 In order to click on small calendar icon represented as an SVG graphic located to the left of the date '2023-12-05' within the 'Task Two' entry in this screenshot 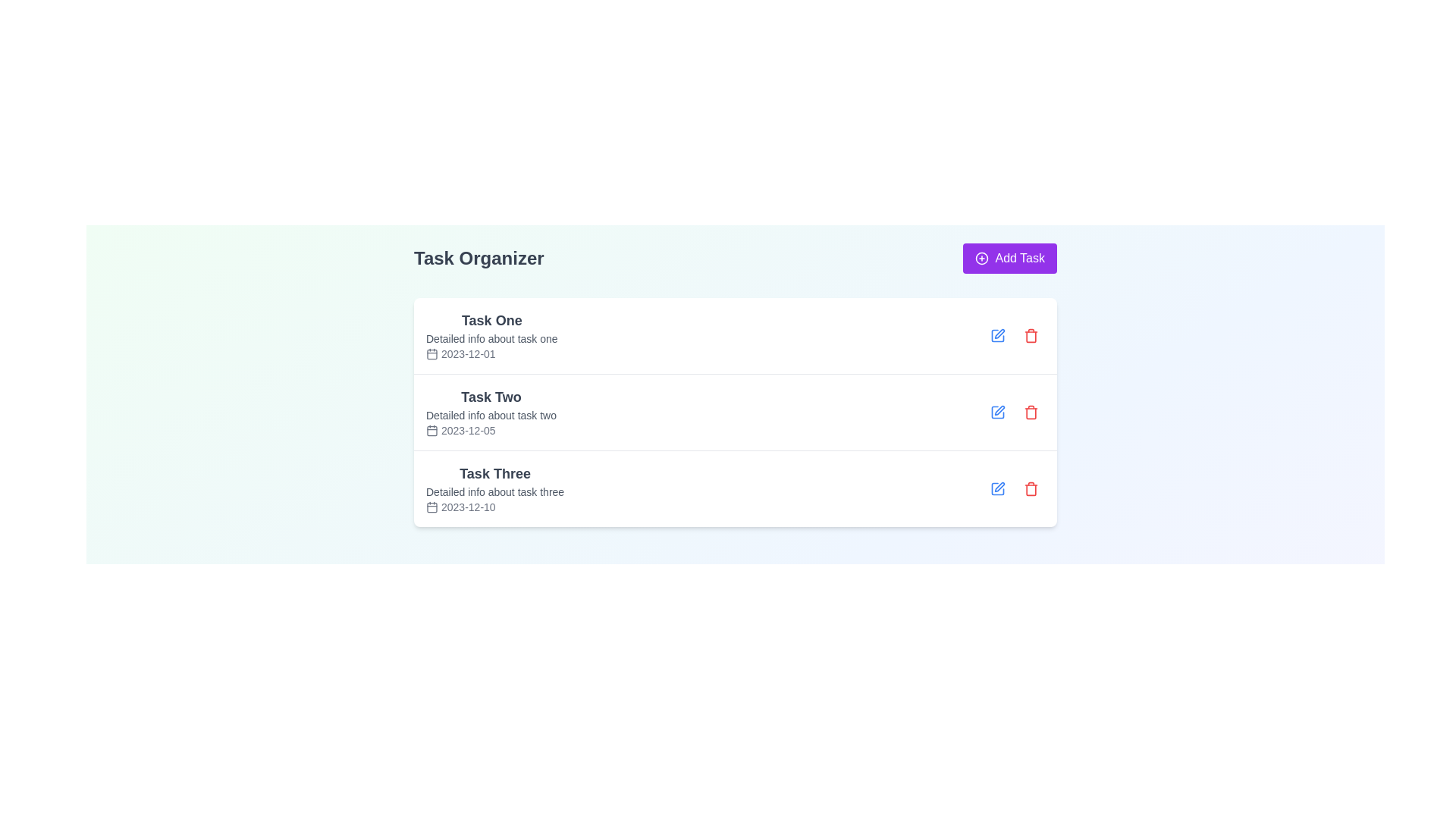, I will do `click(431, 430)`.